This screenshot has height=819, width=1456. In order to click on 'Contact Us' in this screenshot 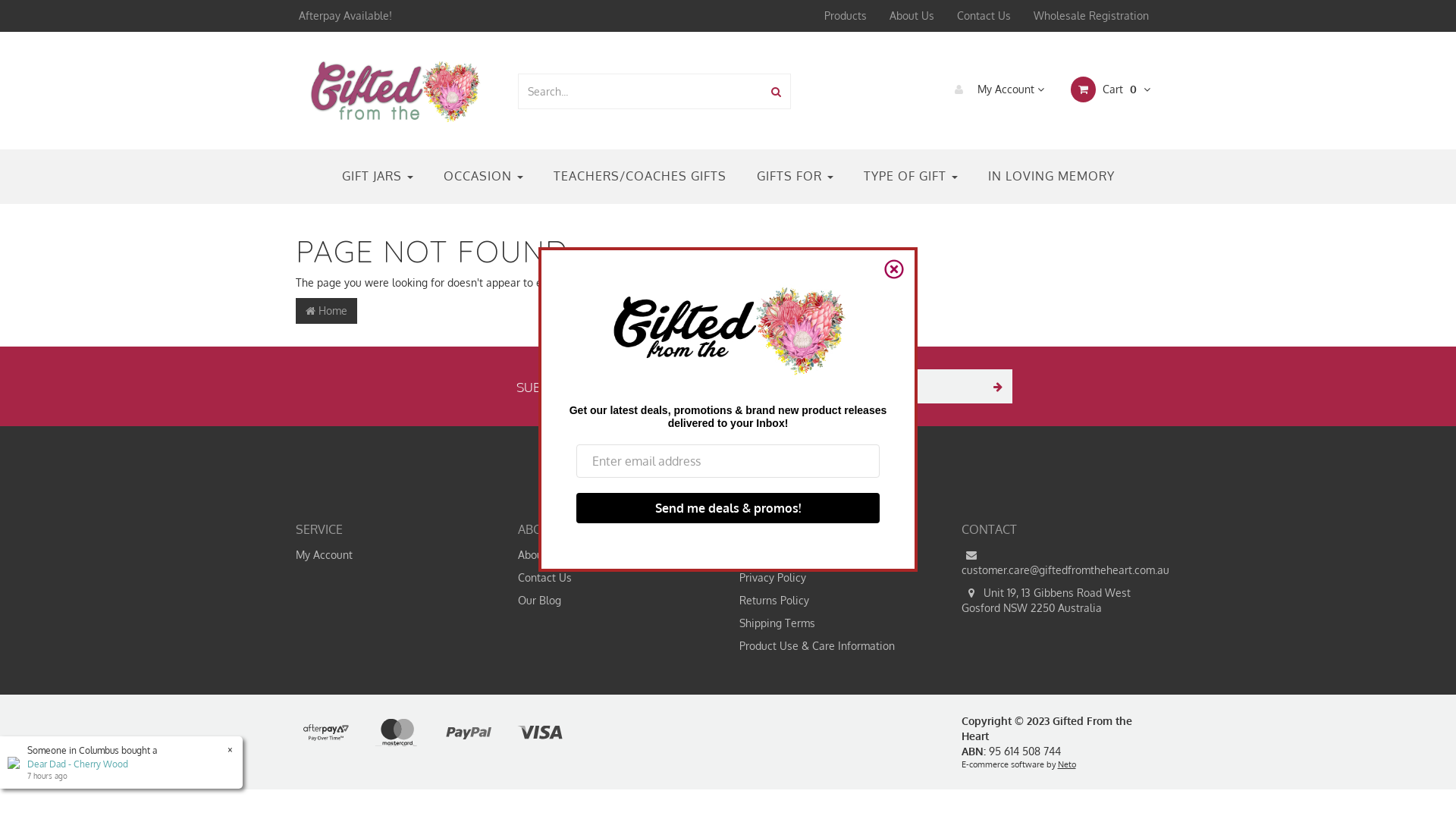, I will do `click(506, 578)`.